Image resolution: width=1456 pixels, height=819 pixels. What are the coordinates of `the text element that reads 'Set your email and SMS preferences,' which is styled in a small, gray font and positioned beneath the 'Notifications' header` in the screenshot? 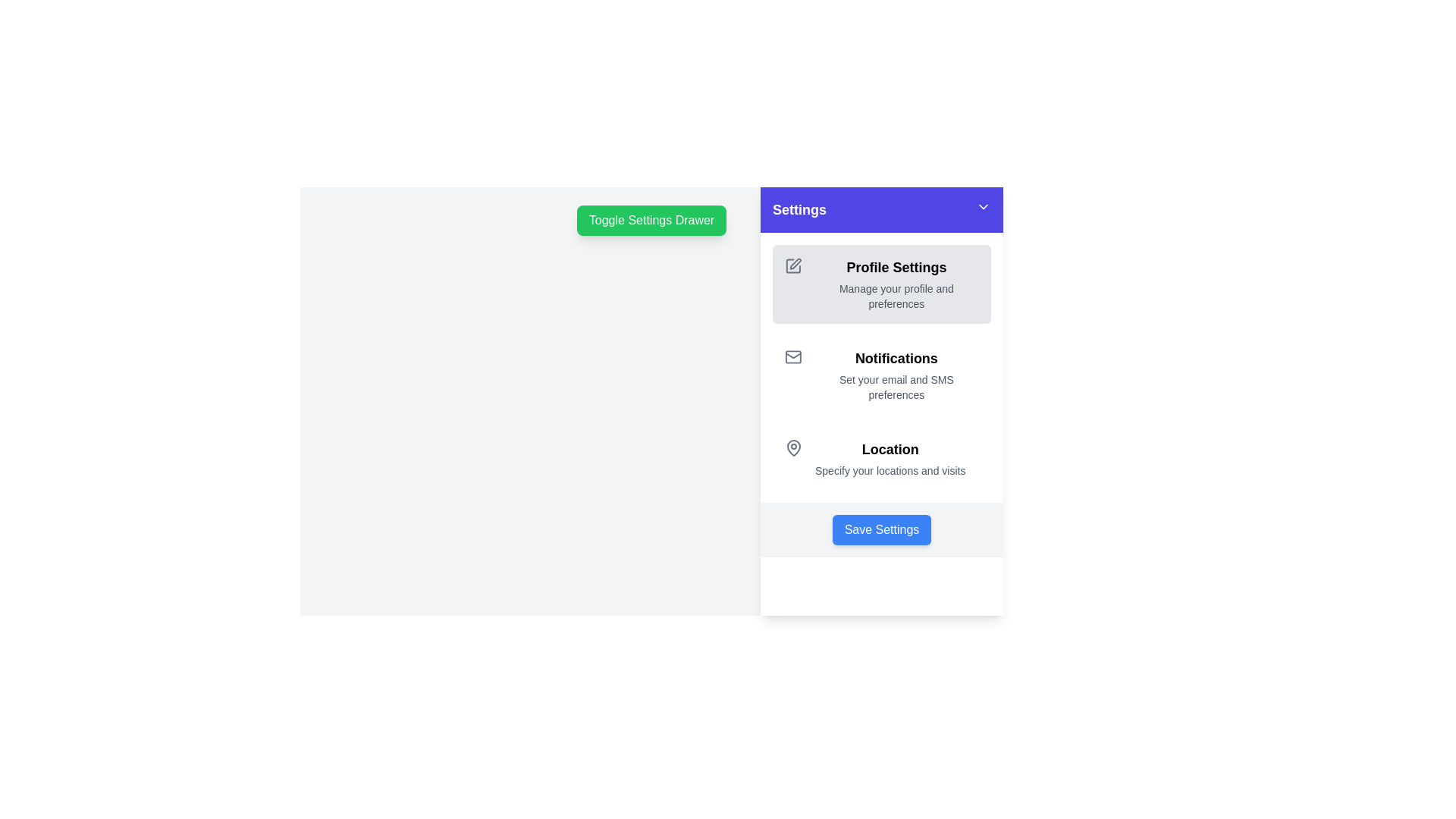 It's located at (896, 386).